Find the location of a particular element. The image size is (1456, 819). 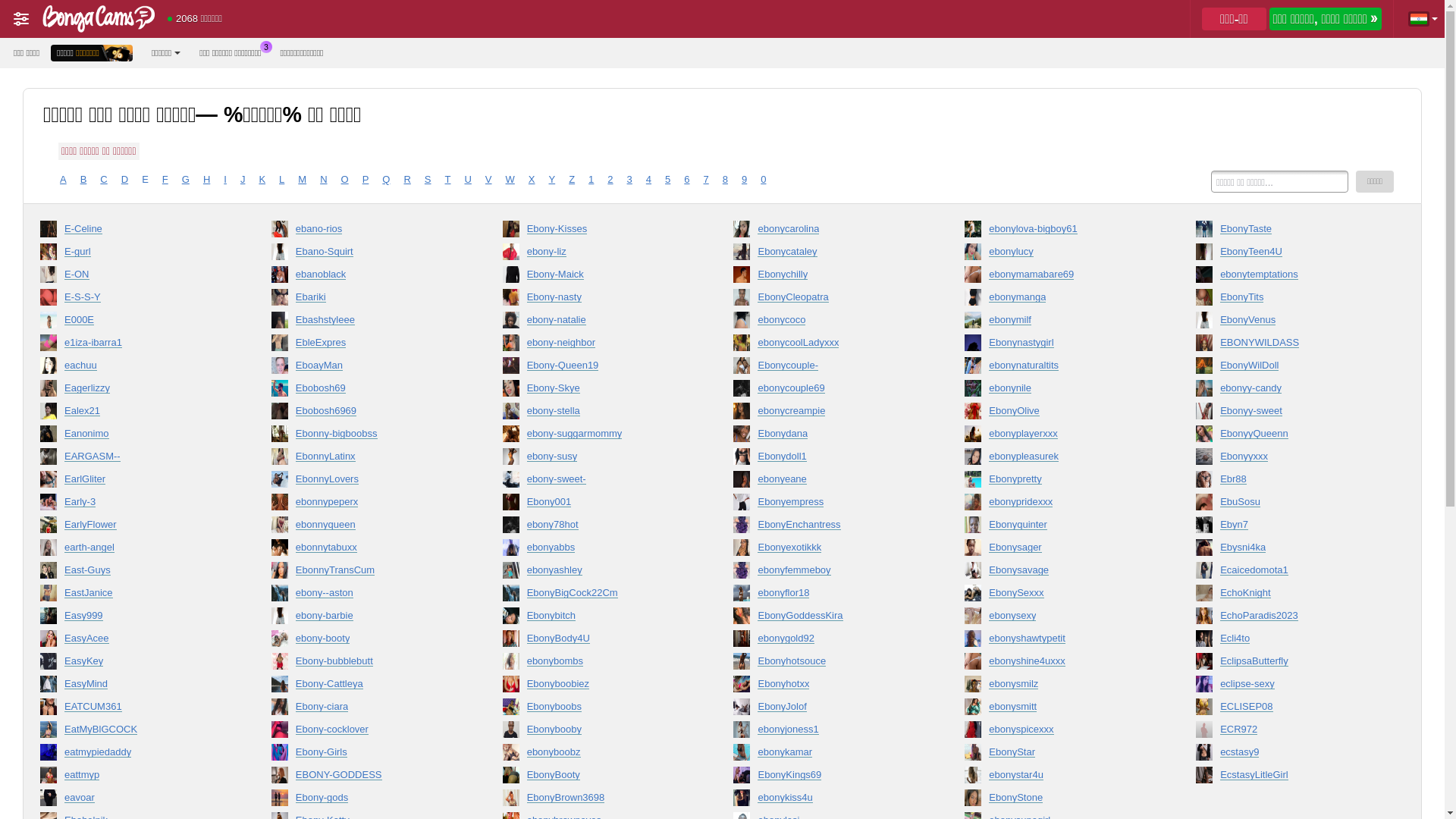

'Ebonynastygirl' is located at coordinates (1058, 345).